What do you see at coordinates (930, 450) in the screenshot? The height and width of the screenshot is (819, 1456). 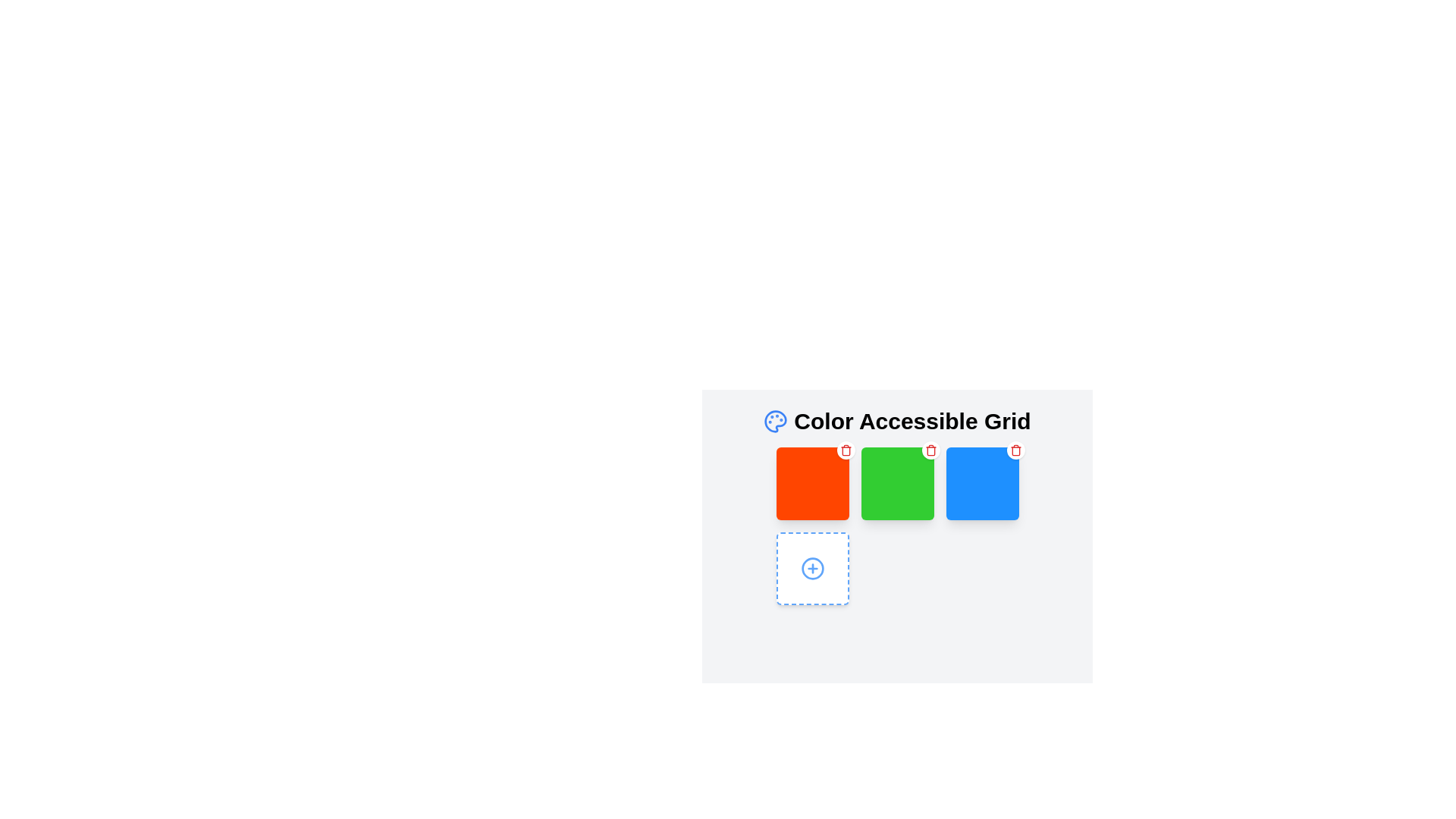 I see `the trash can icon located in the top-right corner of the green square` at bounding box center [930, 450].